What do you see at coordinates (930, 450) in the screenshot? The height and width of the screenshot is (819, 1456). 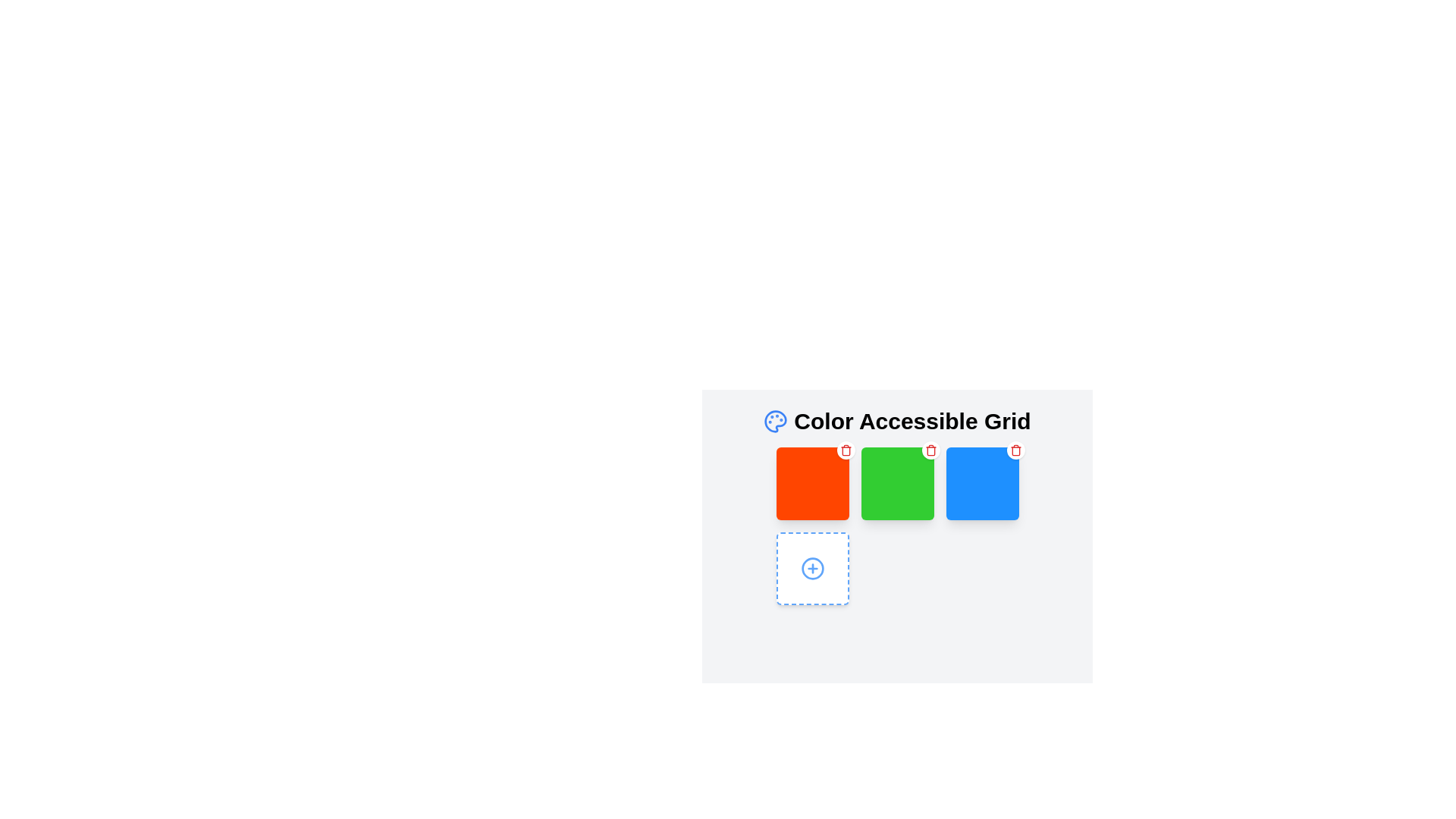 I see `the trash can icon located in the top-right corner of the green square` at bounding box center [930, 450].